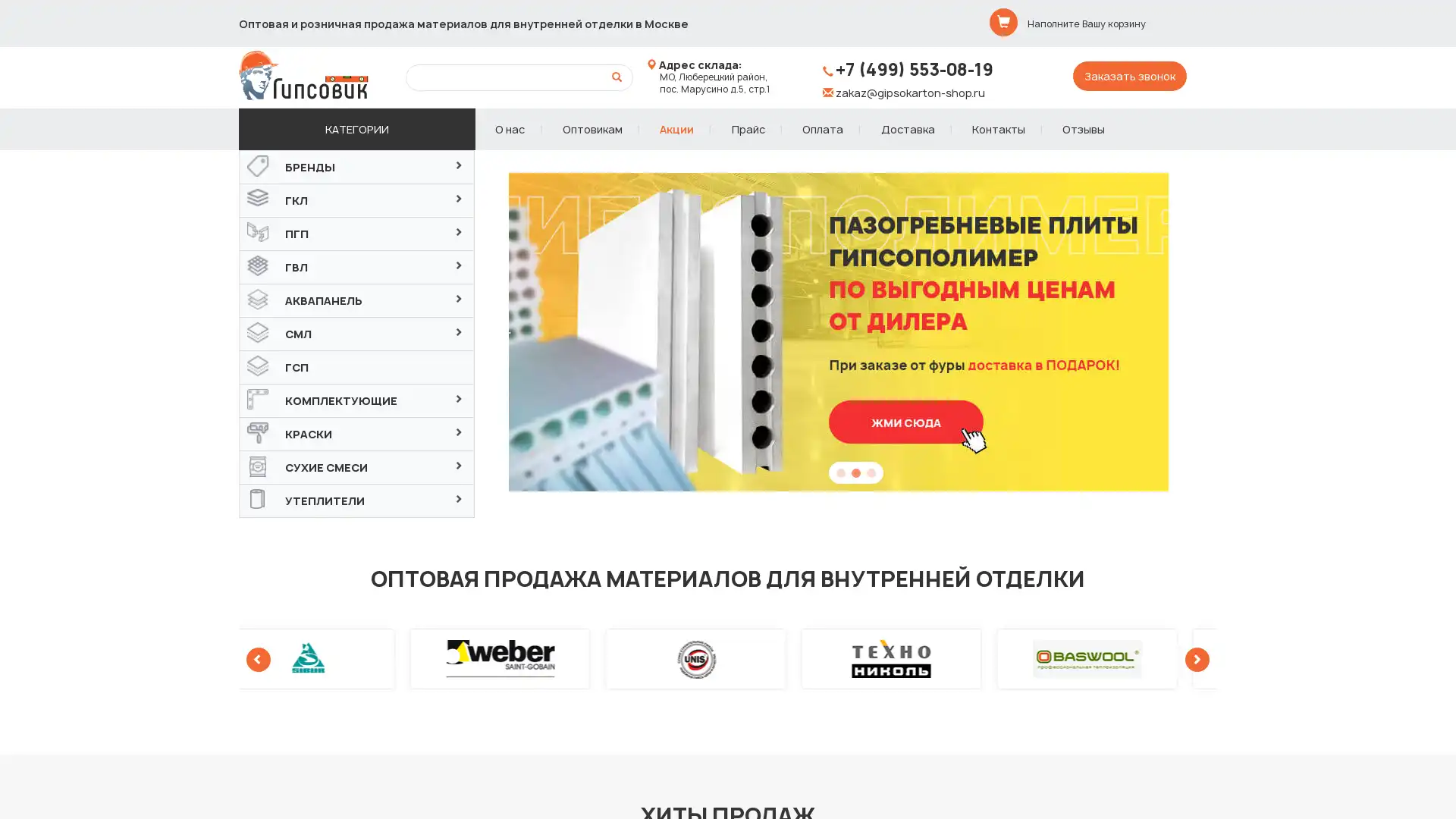 The width and height of the screenshot is (1456, 819). Describe the element at coordinates (1208, 331) in the screenshot. I see `Next` at that location.